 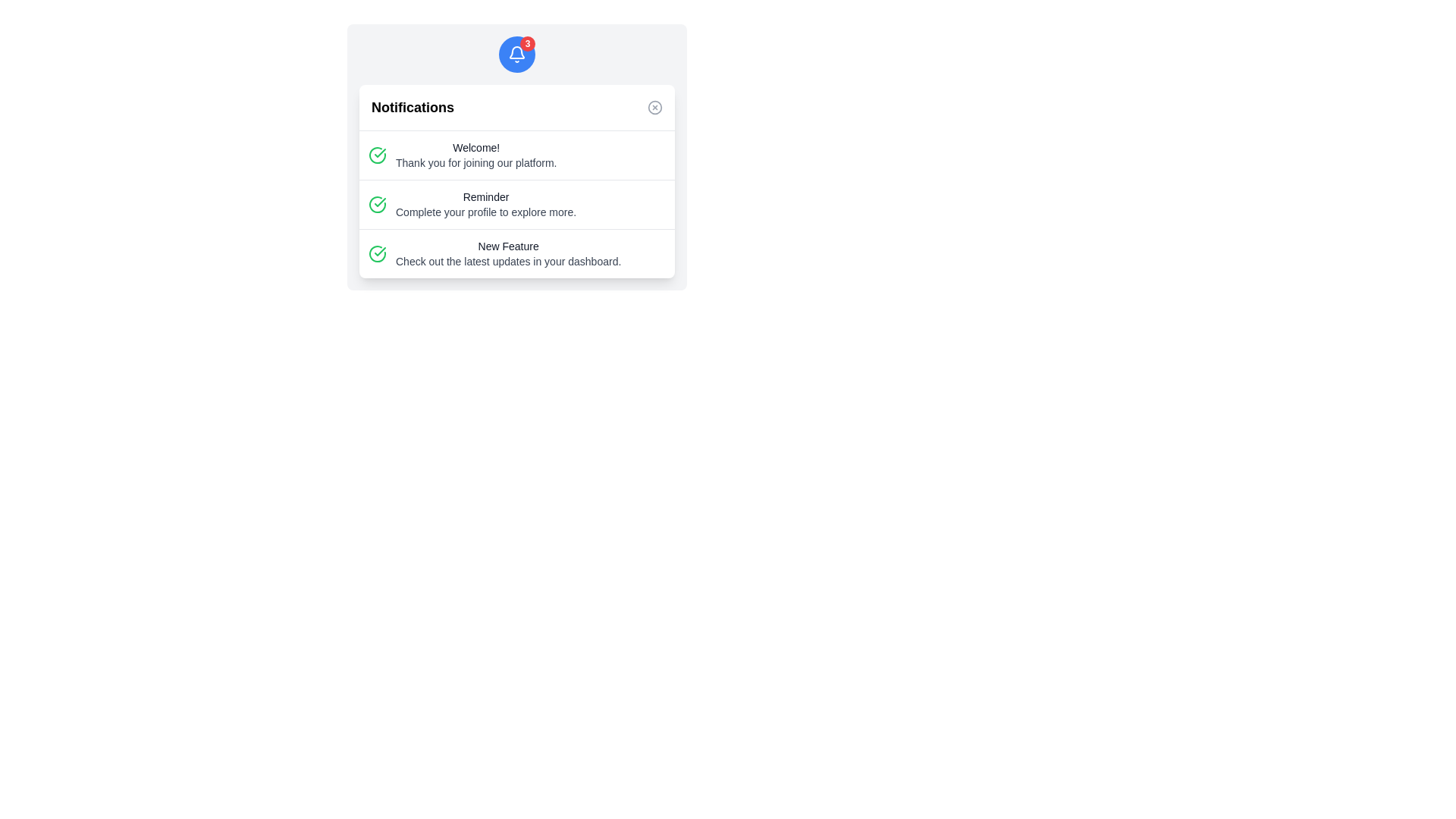 I want to click on the bell icon, which is part of the notification feature located near the top-center of the display, so click(x=516, y=52).